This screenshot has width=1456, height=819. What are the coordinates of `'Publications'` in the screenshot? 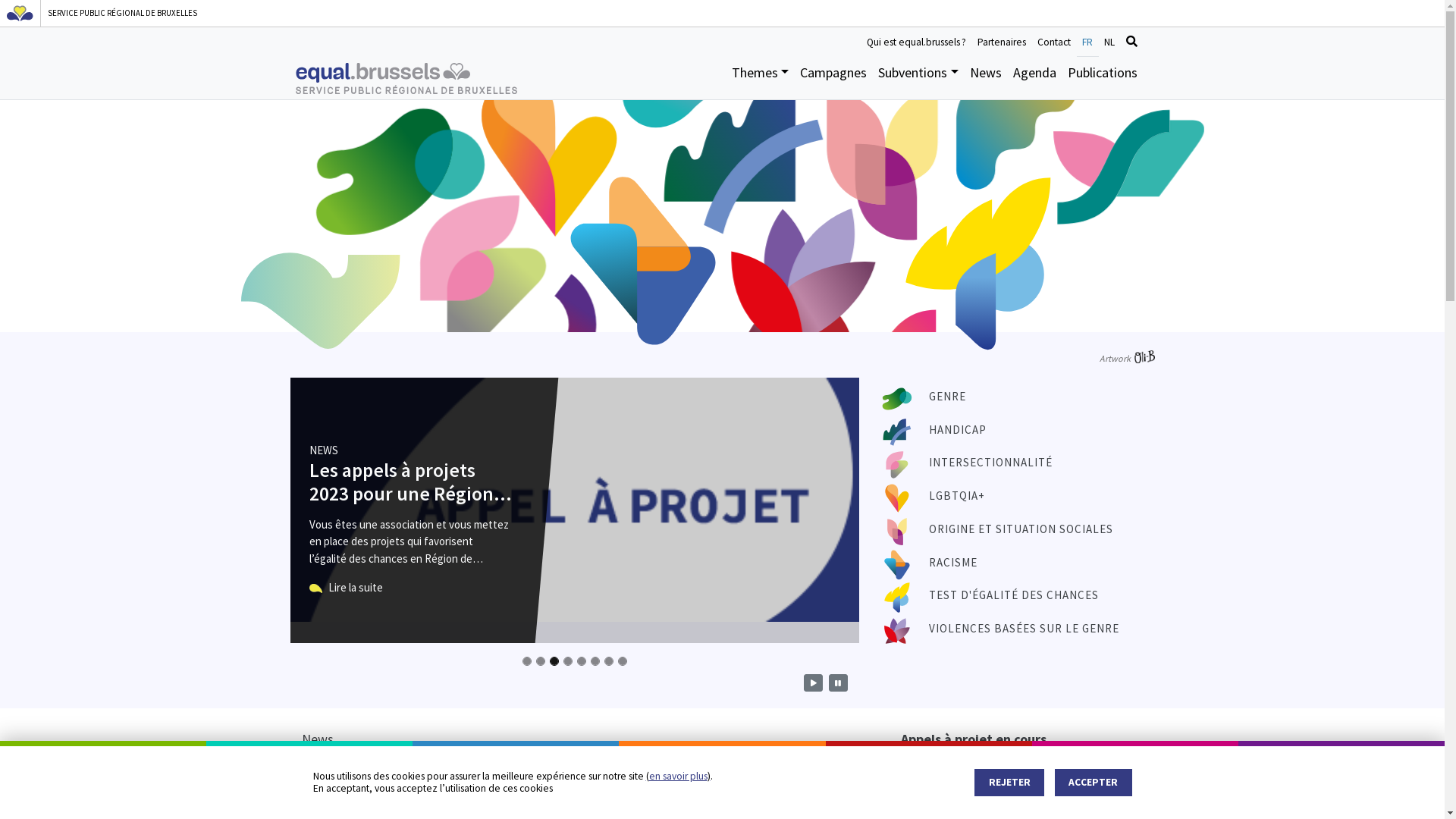 It's located at (1102, 77).